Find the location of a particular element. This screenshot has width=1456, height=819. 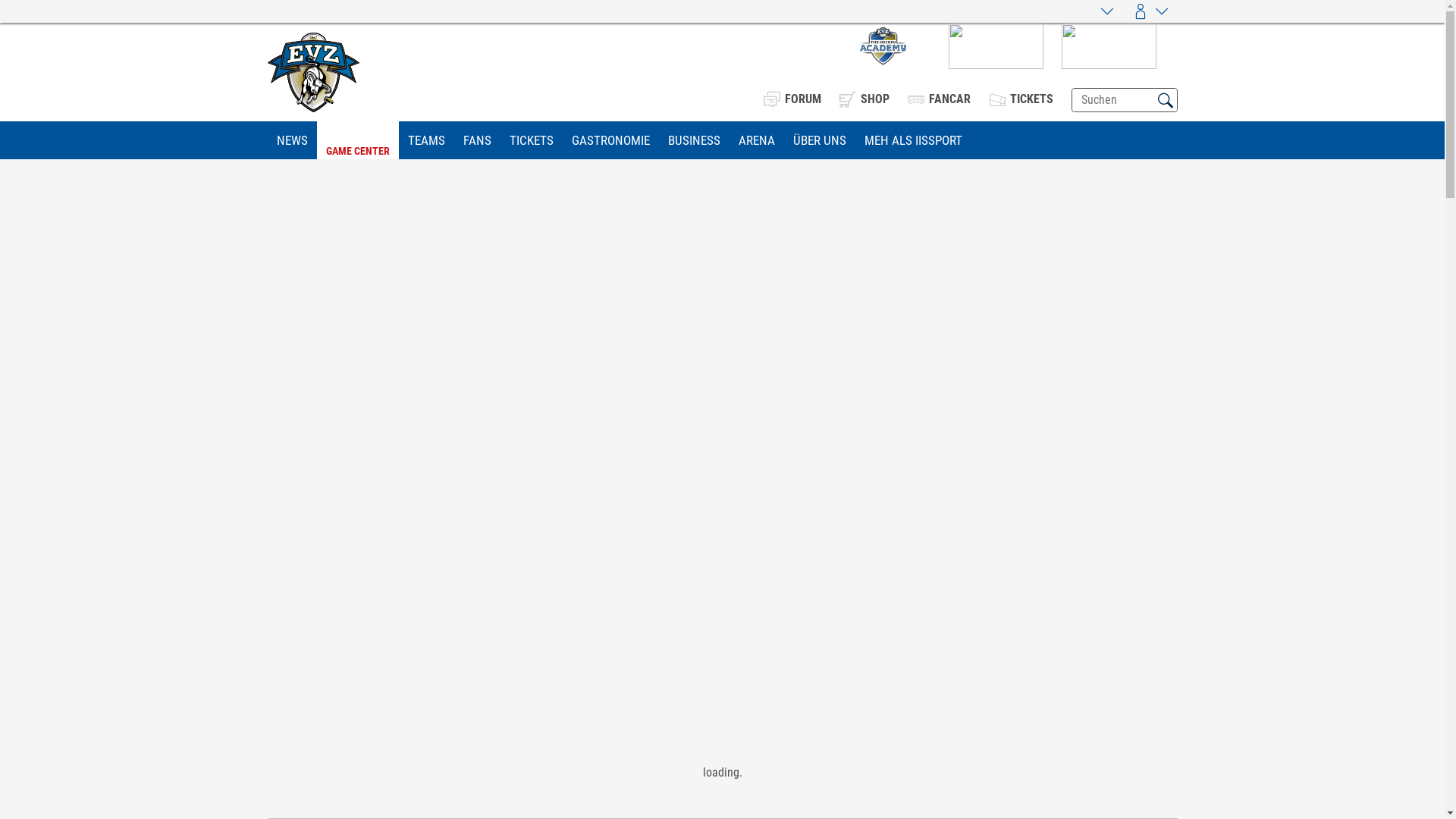

'ARENA' is located at coordinates (729, 140).